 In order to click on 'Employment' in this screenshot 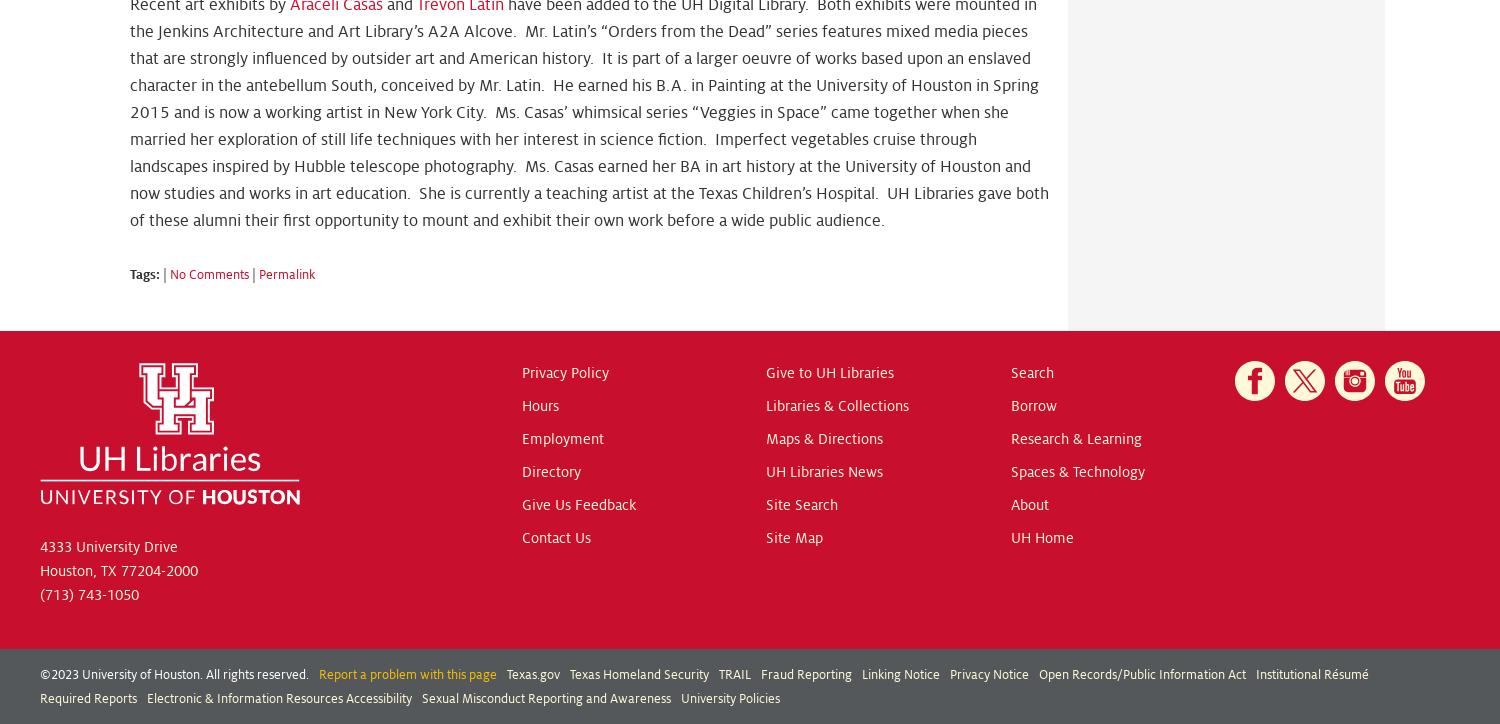, I will do `click(562, 439)`.